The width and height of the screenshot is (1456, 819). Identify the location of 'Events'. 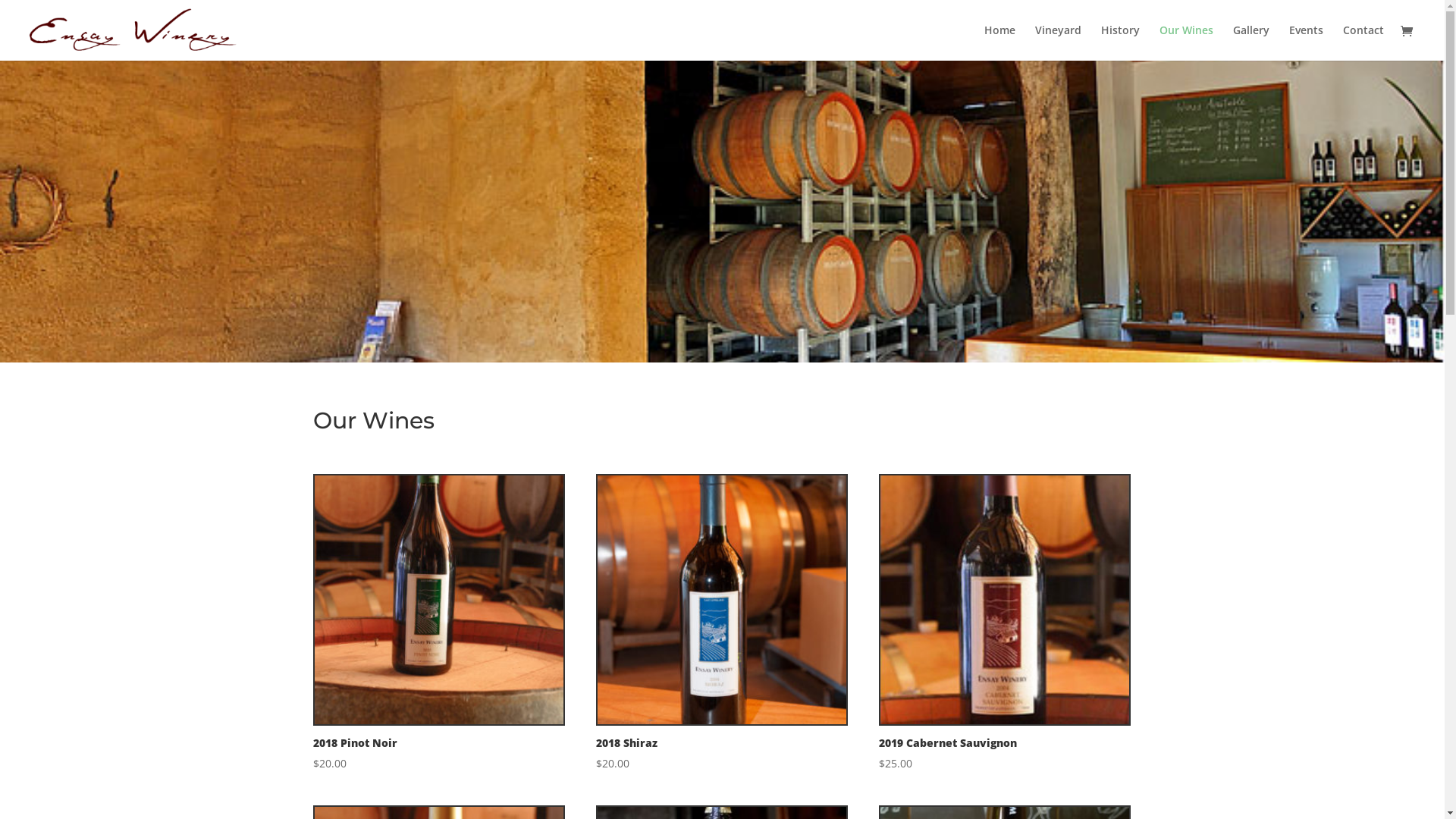
(1305, 42).